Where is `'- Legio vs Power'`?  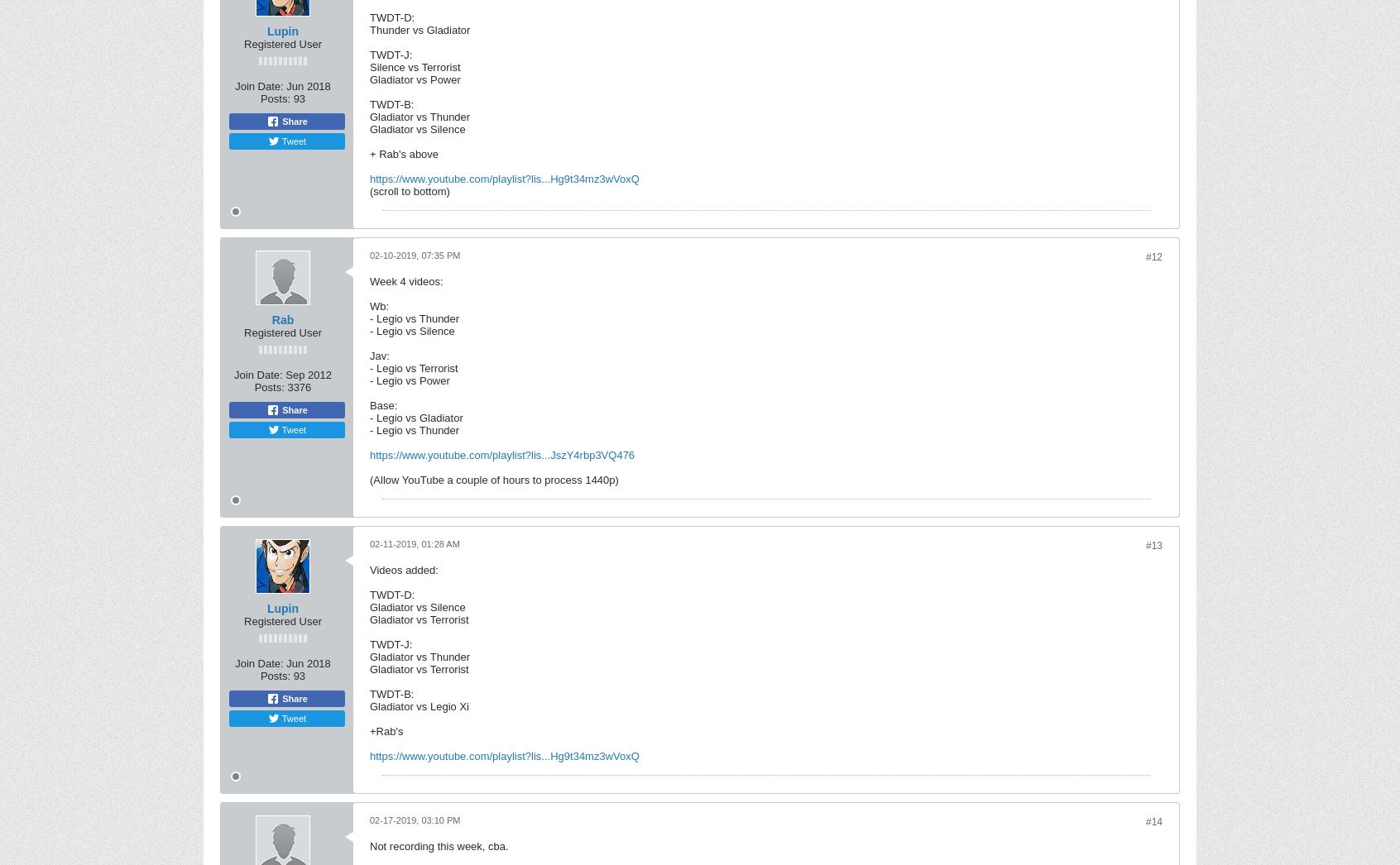
'- Legio vs Power' is located at coordinates (369, 380).